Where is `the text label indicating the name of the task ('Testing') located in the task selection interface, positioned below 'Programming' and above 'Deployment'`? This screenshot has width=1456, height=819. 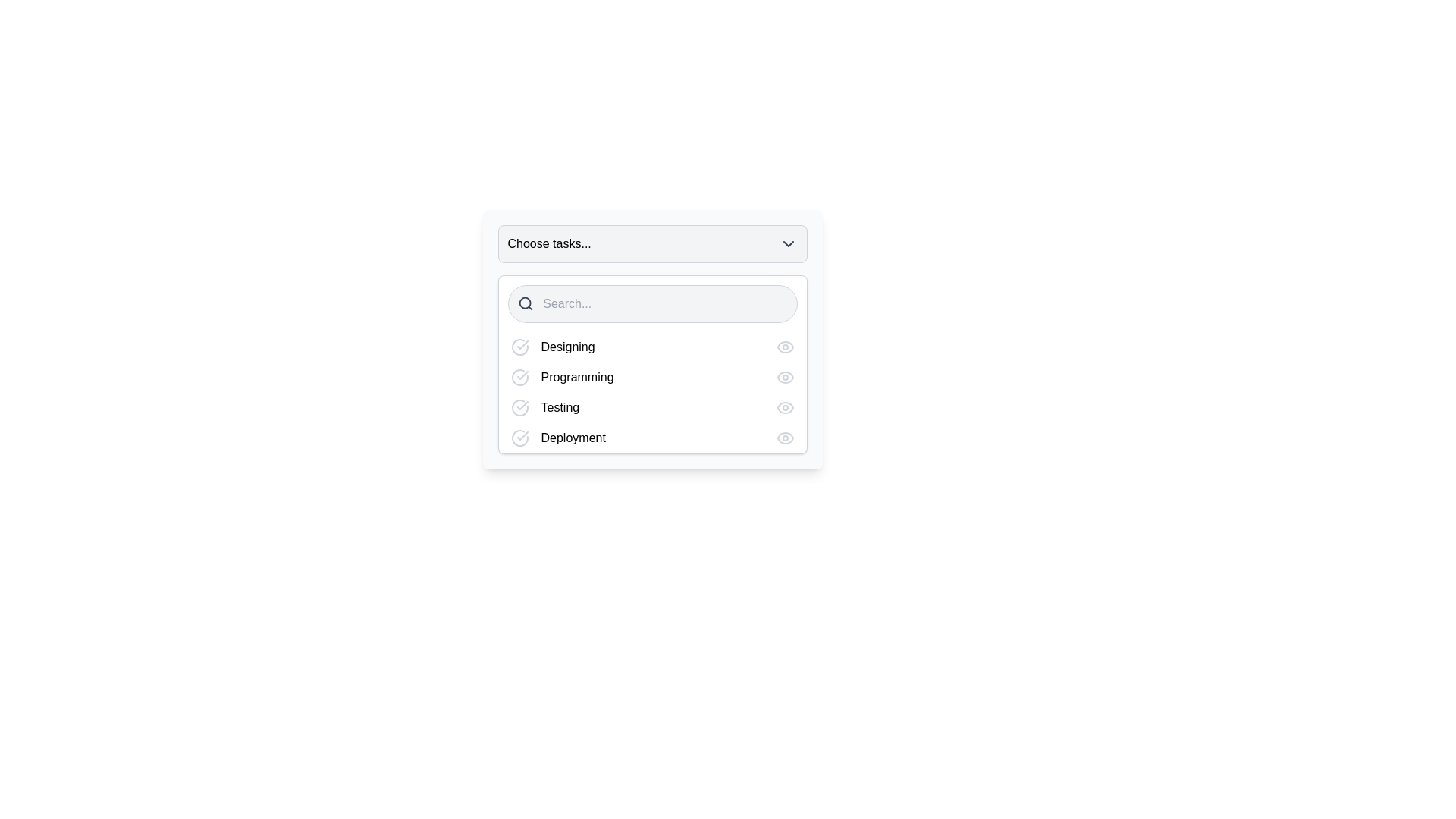 the text label indicating the name of the task ('Testing') located in the task selection interface, positioned below 'Programming' and above 'Deployment' is located at coordinates (559, 406).